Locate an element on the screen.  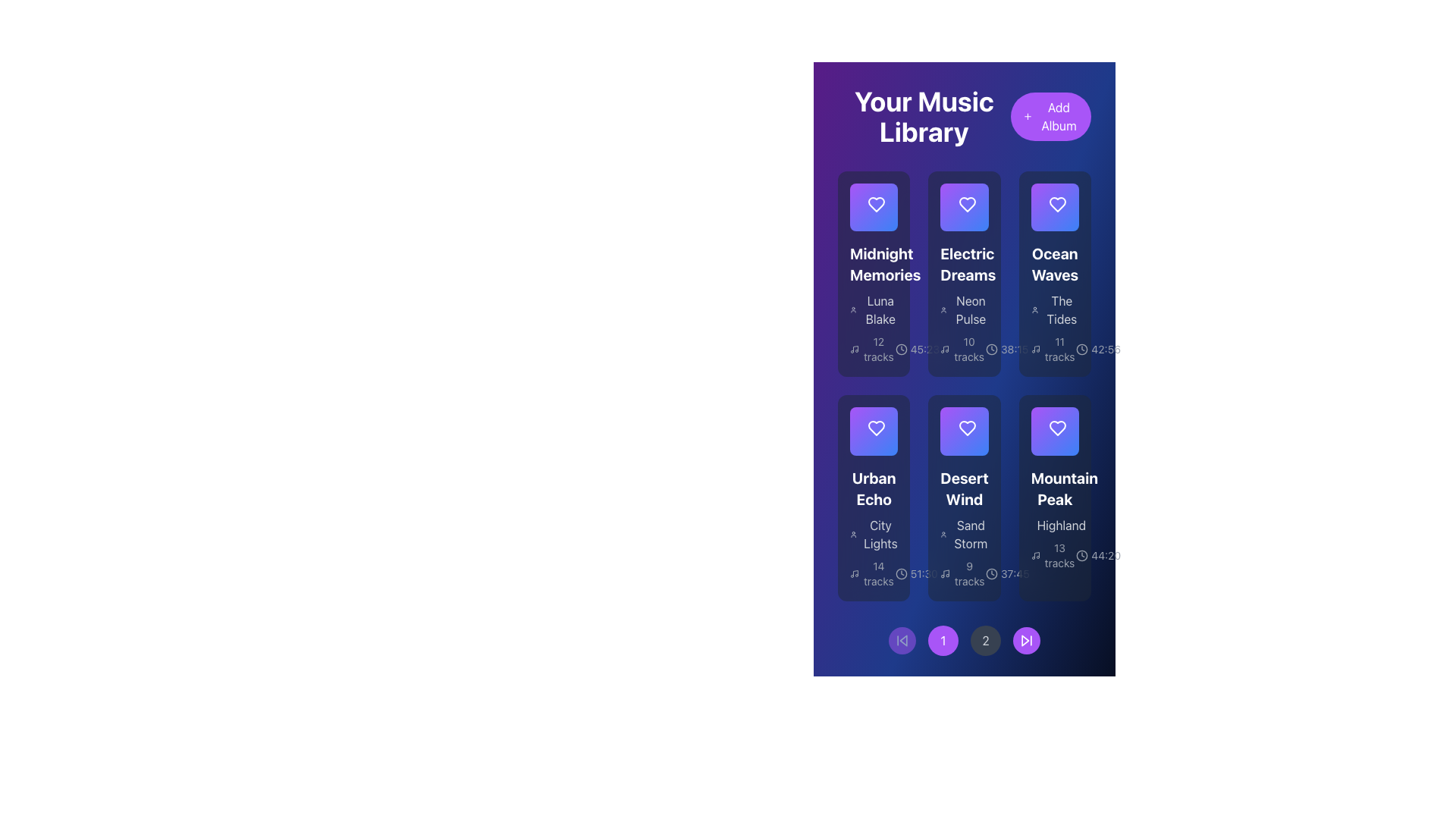
the time icon located to the left of the text '45:23' at the bottom of the 'Midnight Memories' card for information is located at coordinates (901, 350).